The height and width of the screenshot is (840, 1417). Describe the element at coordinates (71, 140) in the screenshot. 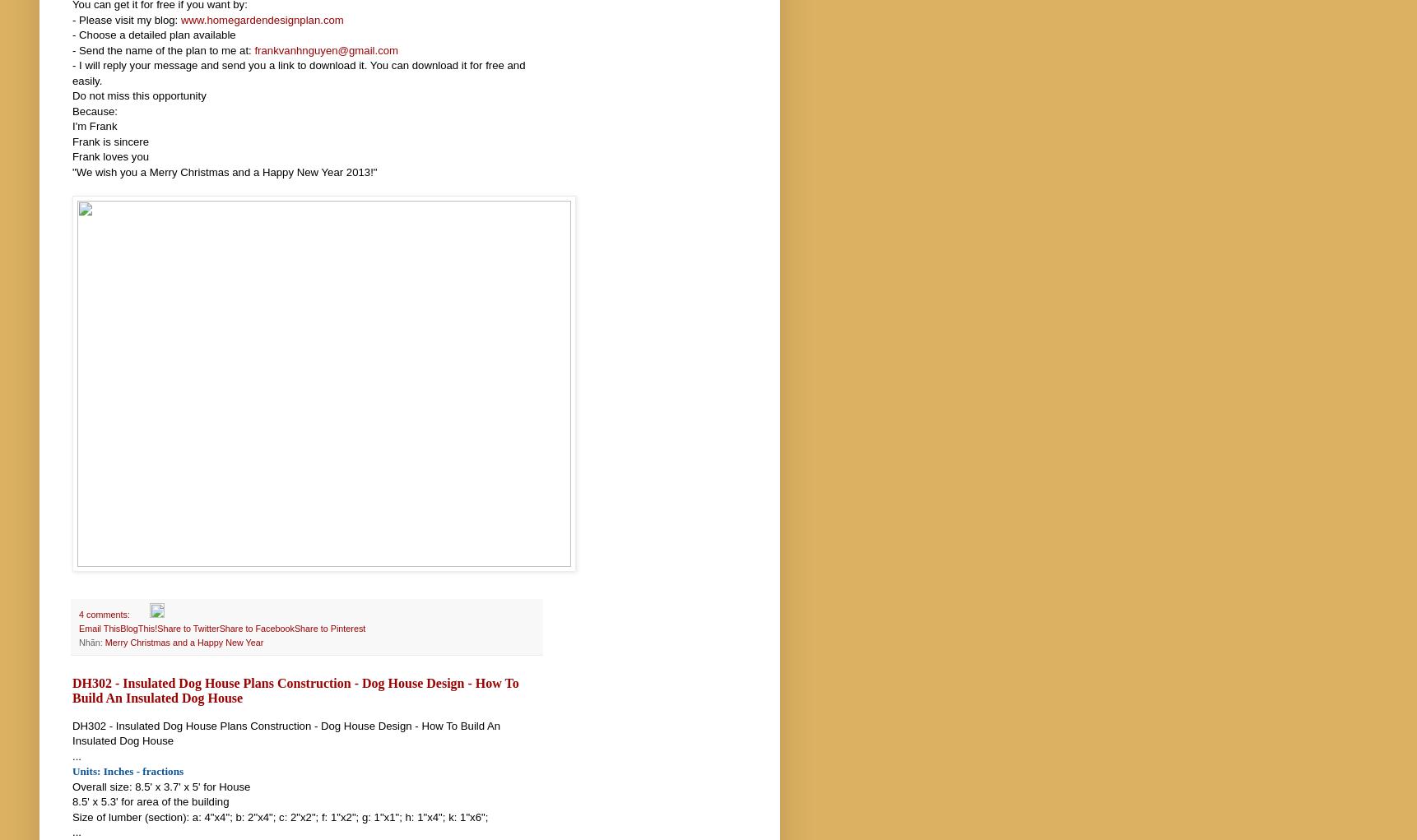

I see `'Frank is sincere'` at that location.